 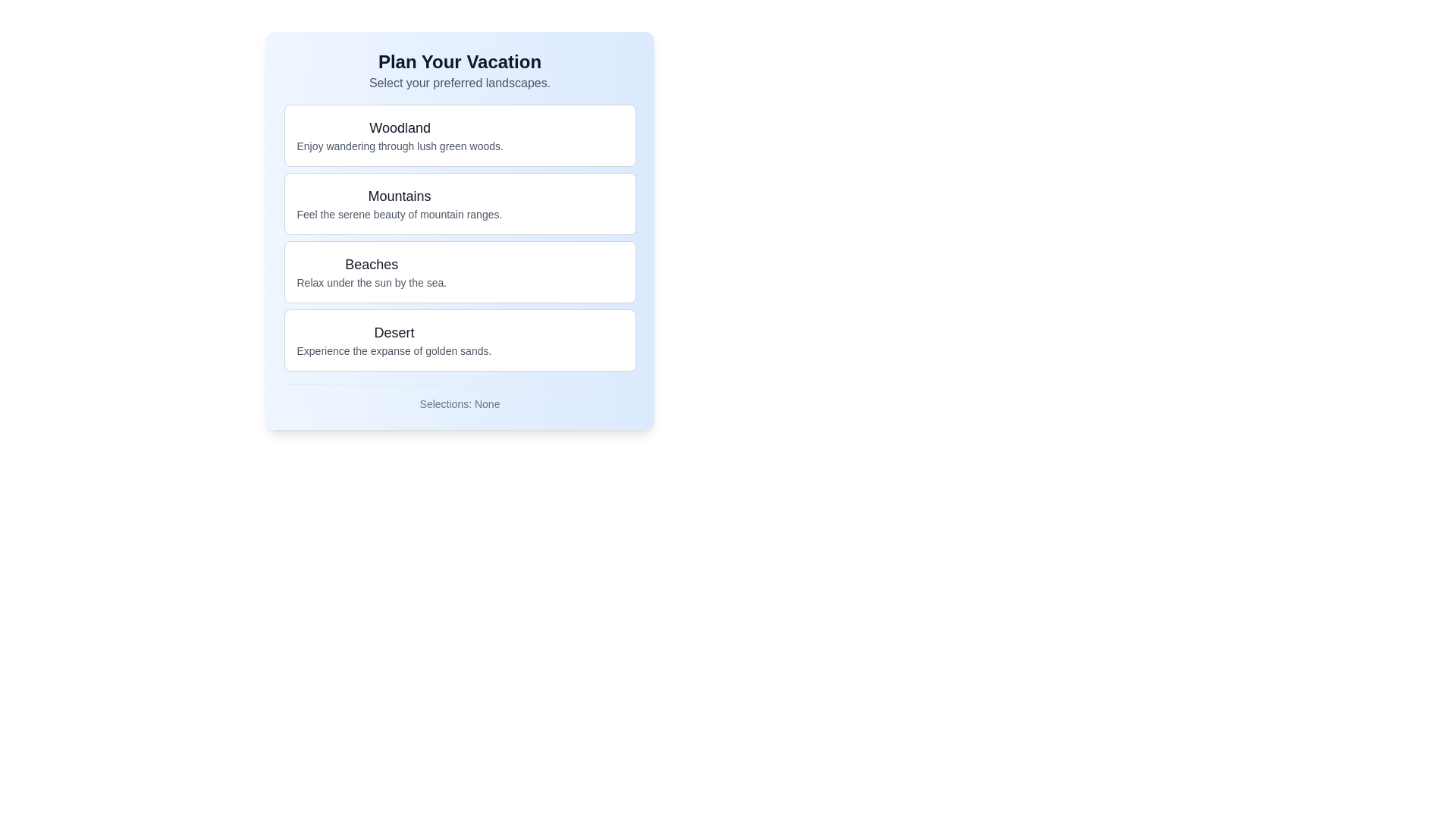 What do you see at coordinates (400, 127) in the screenshot?
I see `the 'Woodland' text label that describes the vacation destination option, positioned above the description text 'Enjoy wandering through lush green woods.'` at bounding box center [400, 127].